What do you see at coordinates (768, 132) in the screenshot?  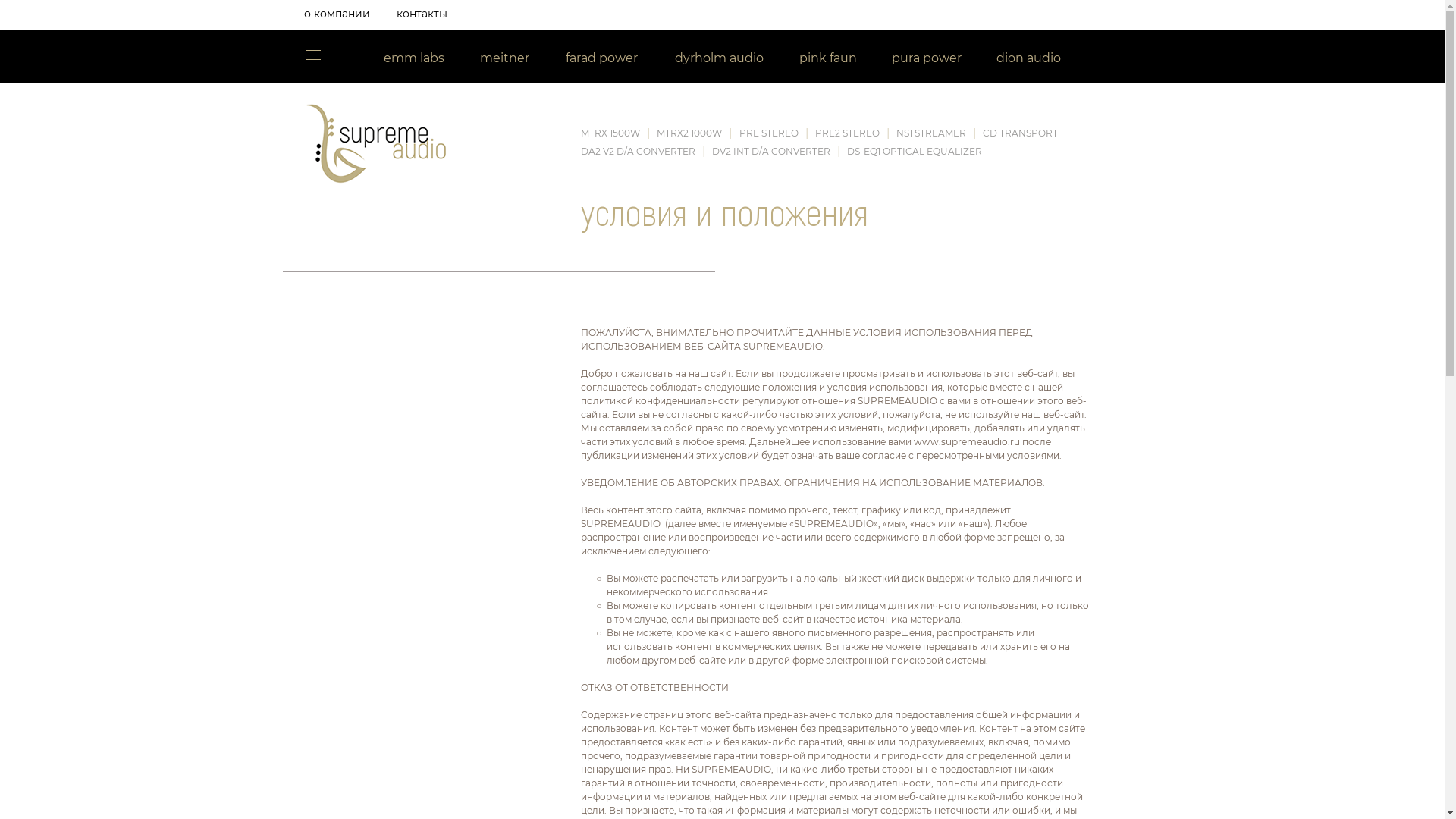 I see `'PRE STEREO'` at bounding box center [768, 132].